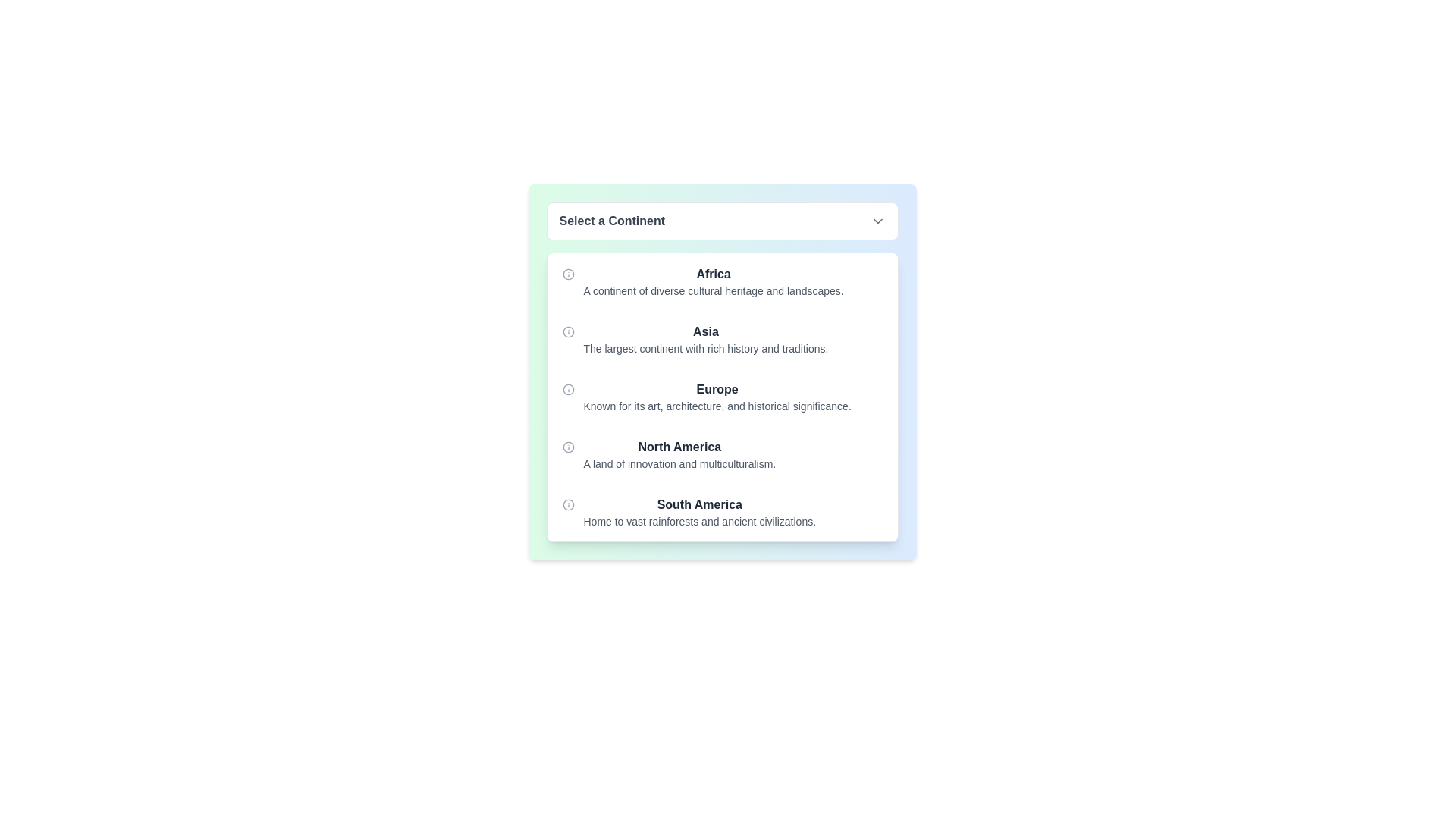  I want to click on the region associated with the bold text label displaying 'Asia', which is prominently centered and positioned as the first line within its section, so click(705, 331).